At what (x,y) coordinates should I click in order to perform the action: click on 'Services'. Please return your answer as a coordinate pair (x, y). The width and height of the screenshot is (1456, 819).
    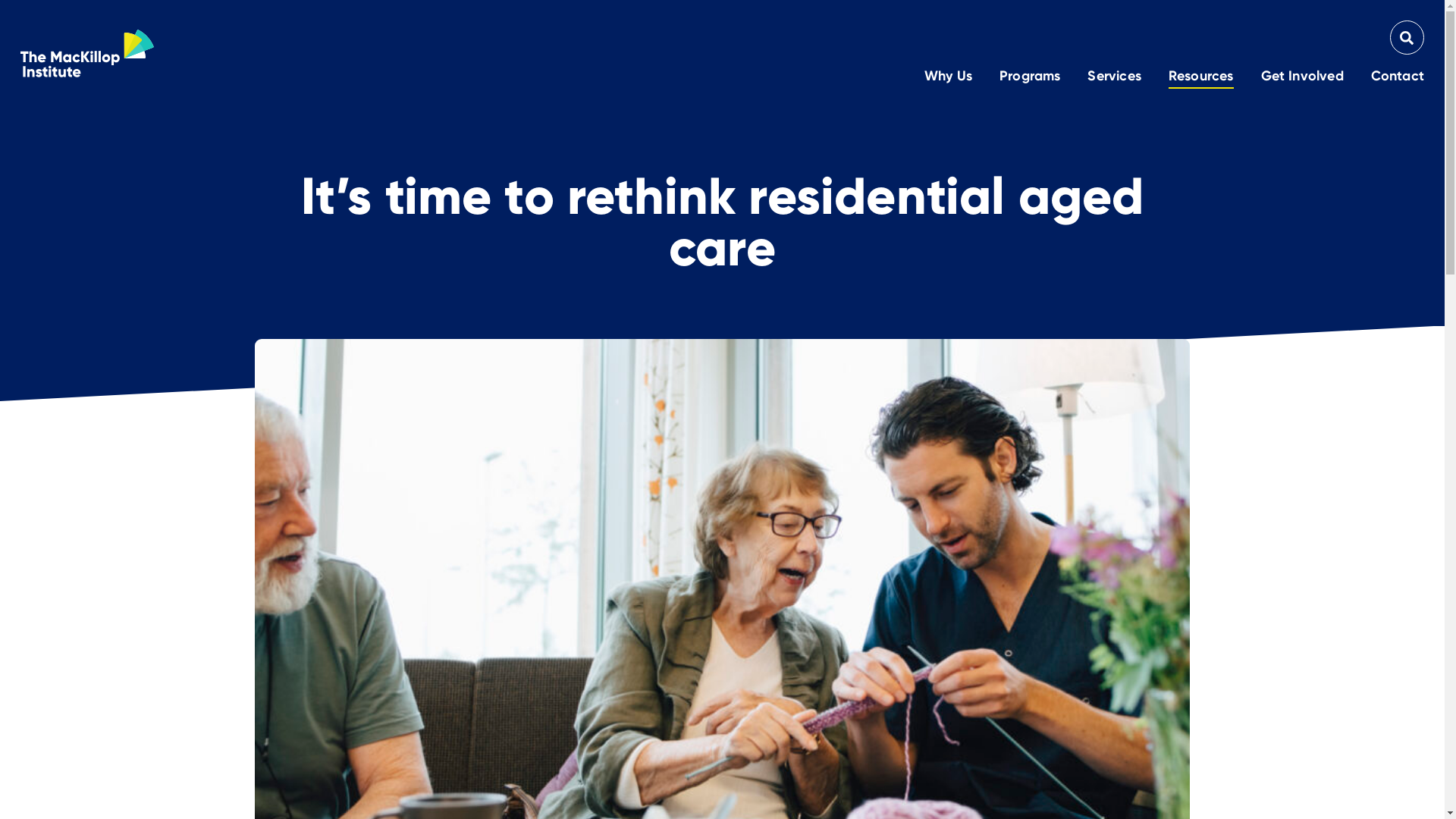
    Looking at the image, I should click on (1087, 77).